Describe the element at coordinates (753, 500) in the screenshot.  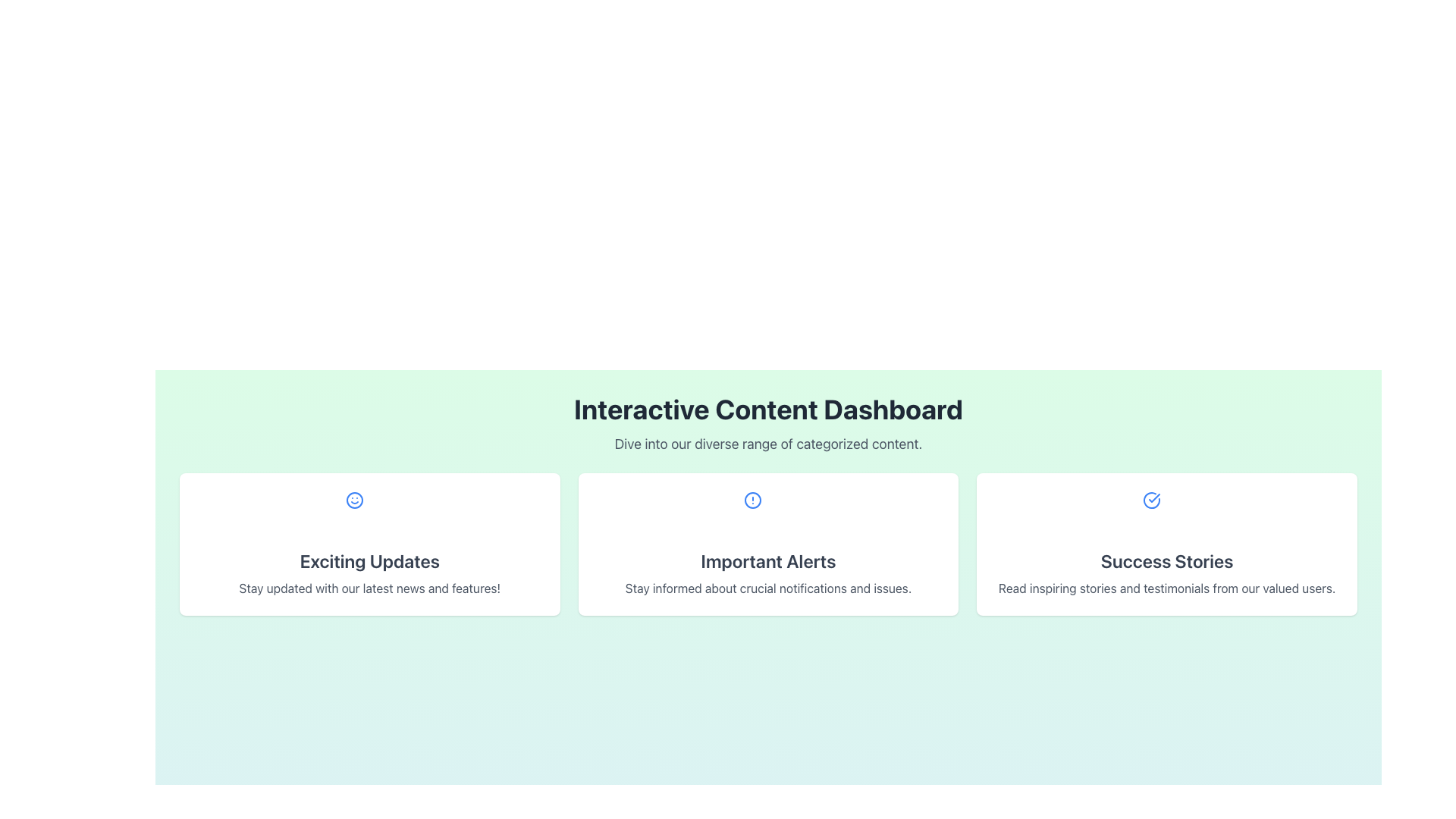
I see `the alert icon located in the center of the second card titled 'Important Alerts' in the 'Interactive Content Dashboard'` at that location.